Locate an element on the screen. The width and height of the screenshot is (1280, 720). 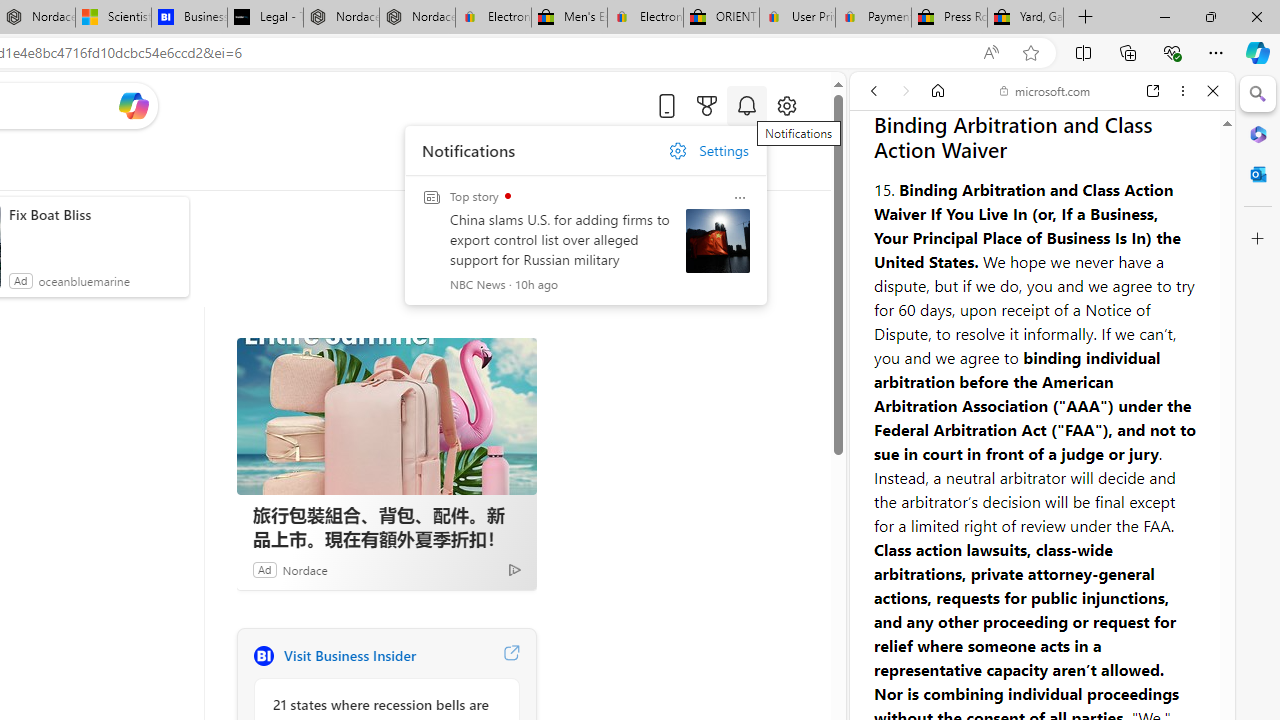
'Press Room - eBay Inc.' is located at coordinates (948, 17).